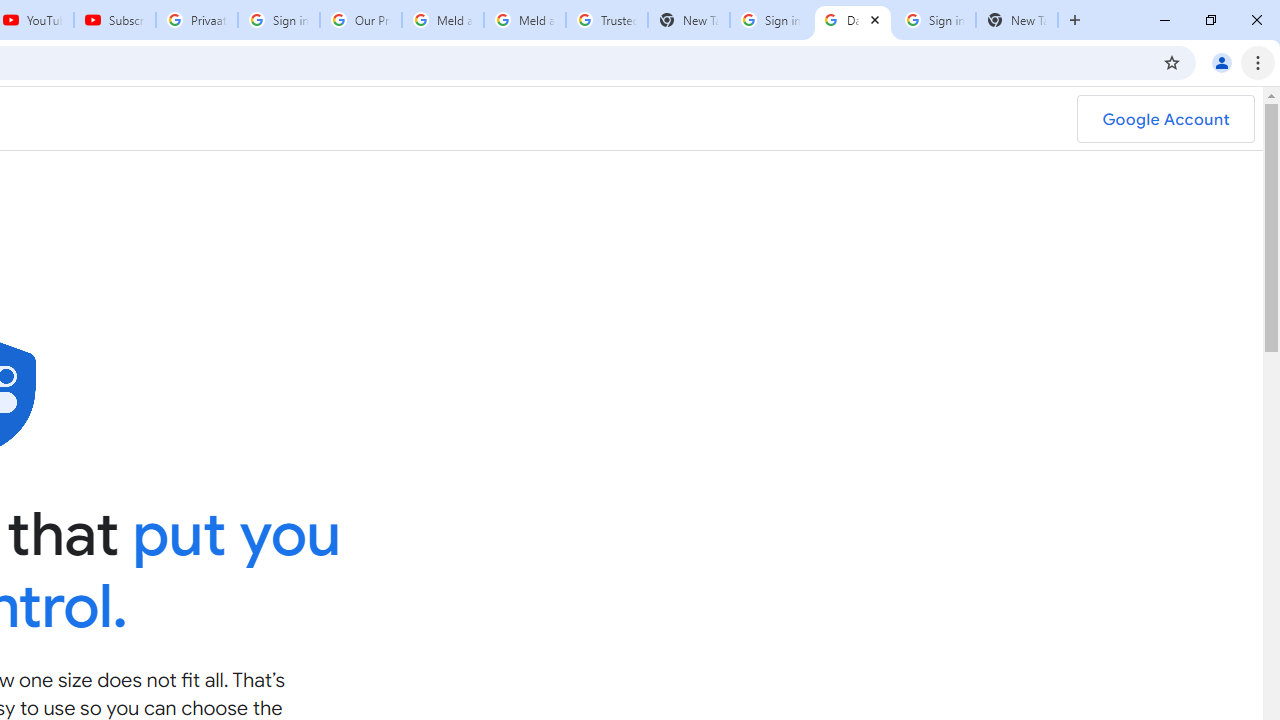  Describe the element at coordinates (605, 20) in the screenshot. I see `'Trusted Information and Content - Google Safety Center'` at that location.